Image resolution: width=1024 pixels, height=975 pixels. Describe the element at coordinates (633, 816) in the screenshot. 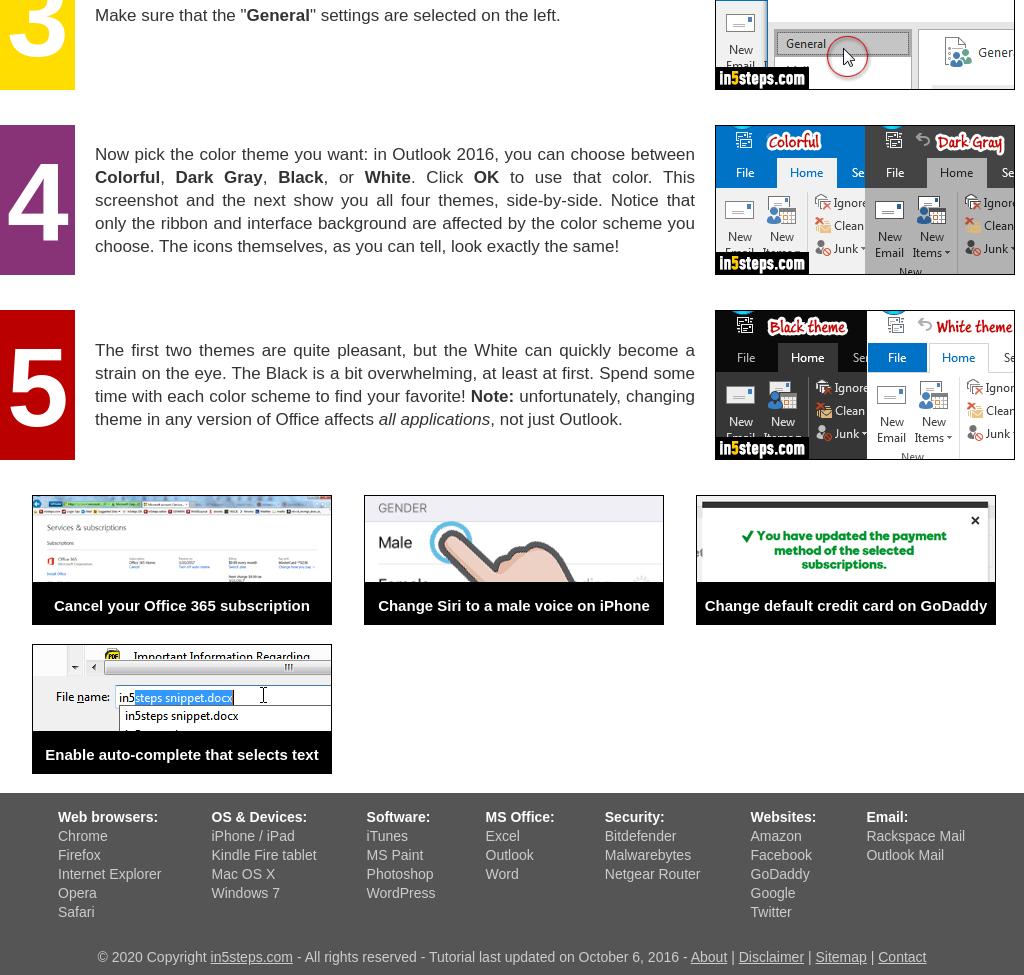

I see `'Security:'` at that location.